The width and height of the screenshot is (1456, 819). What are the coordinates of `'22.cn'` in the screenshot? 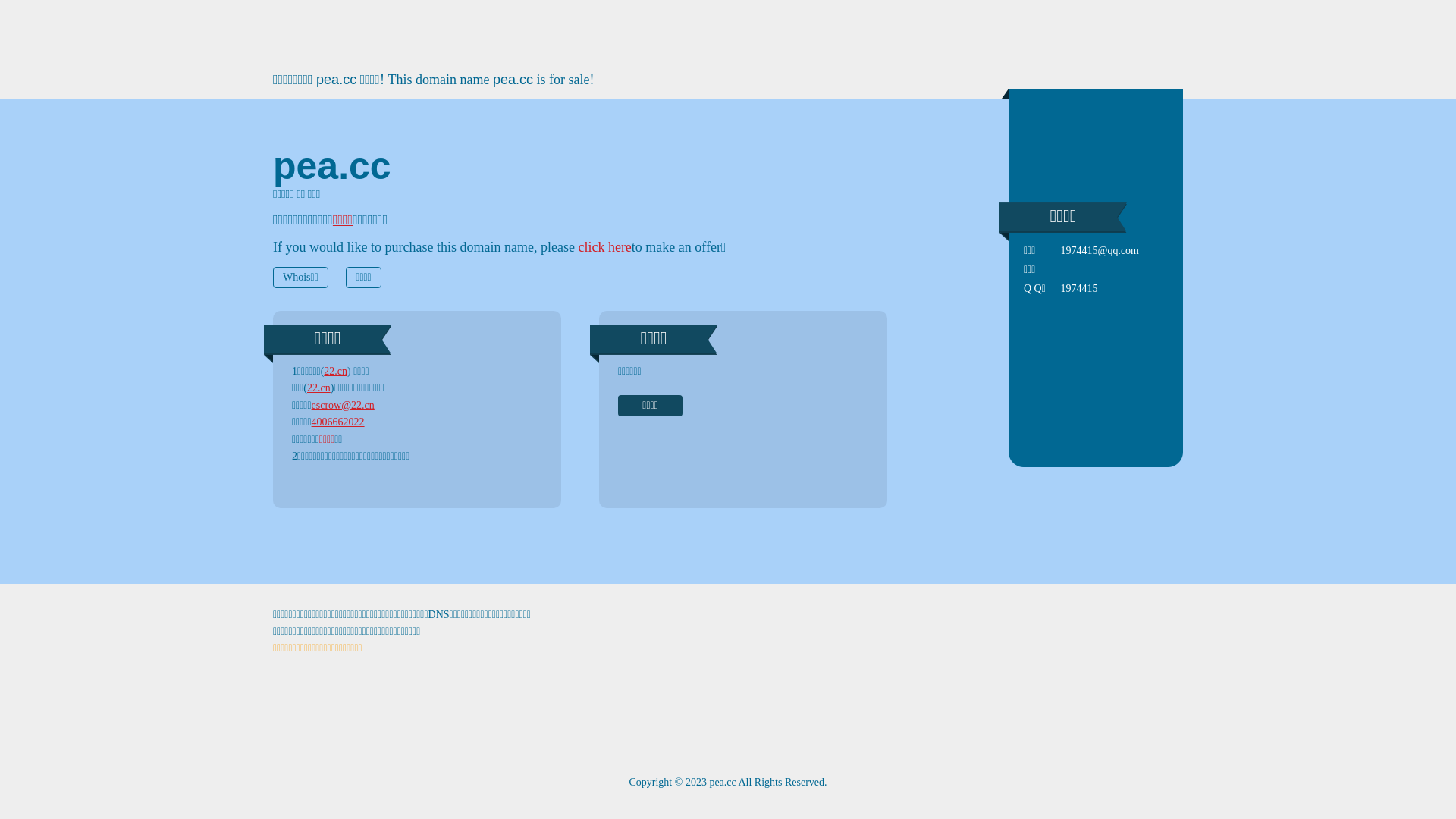 It's located at (323, 371).